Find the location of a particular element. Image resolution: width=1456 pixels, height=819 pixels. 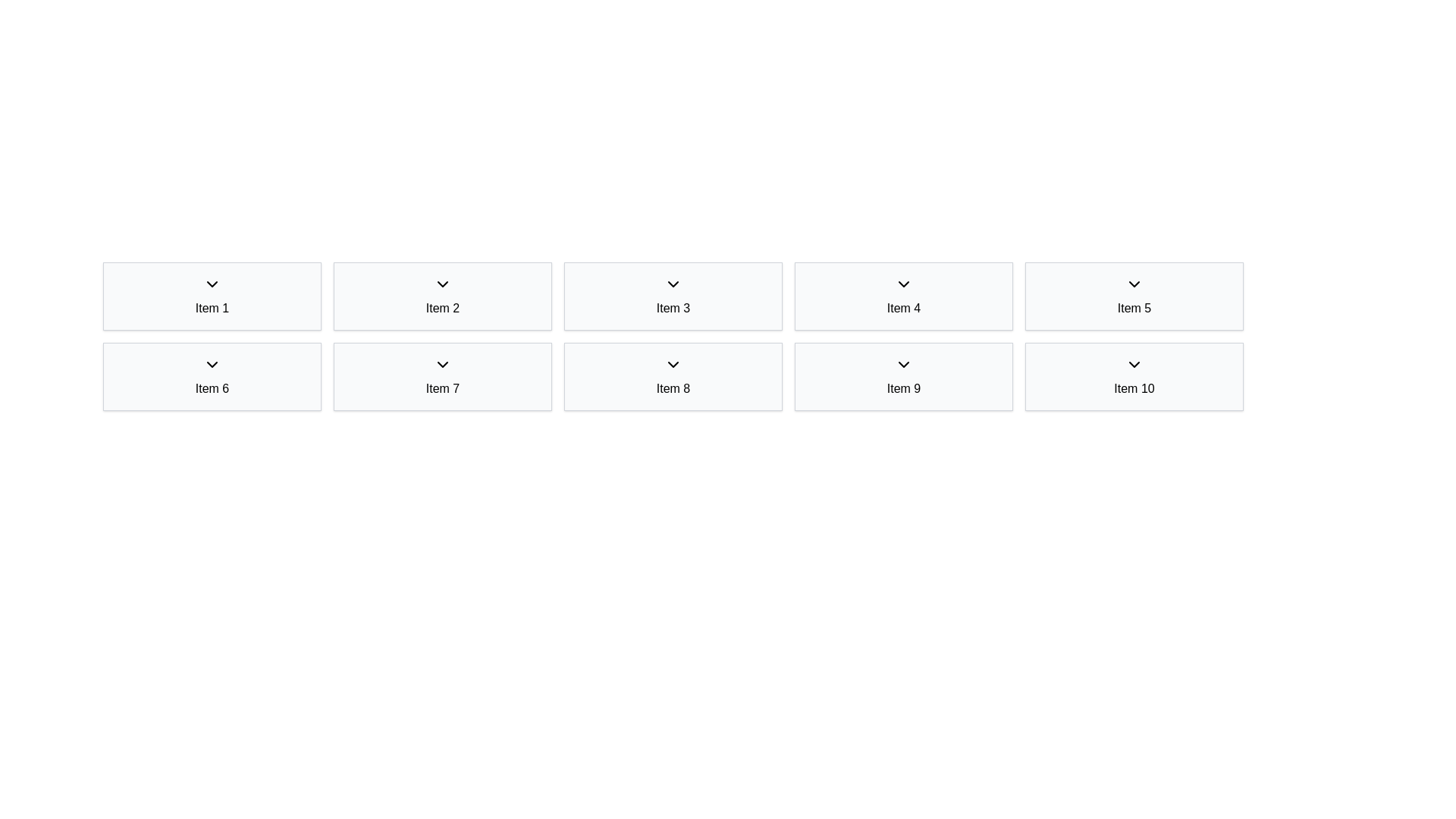

the seventh card in the grid layout, which represents 'Item 7' is located at coordinates (442, 376).